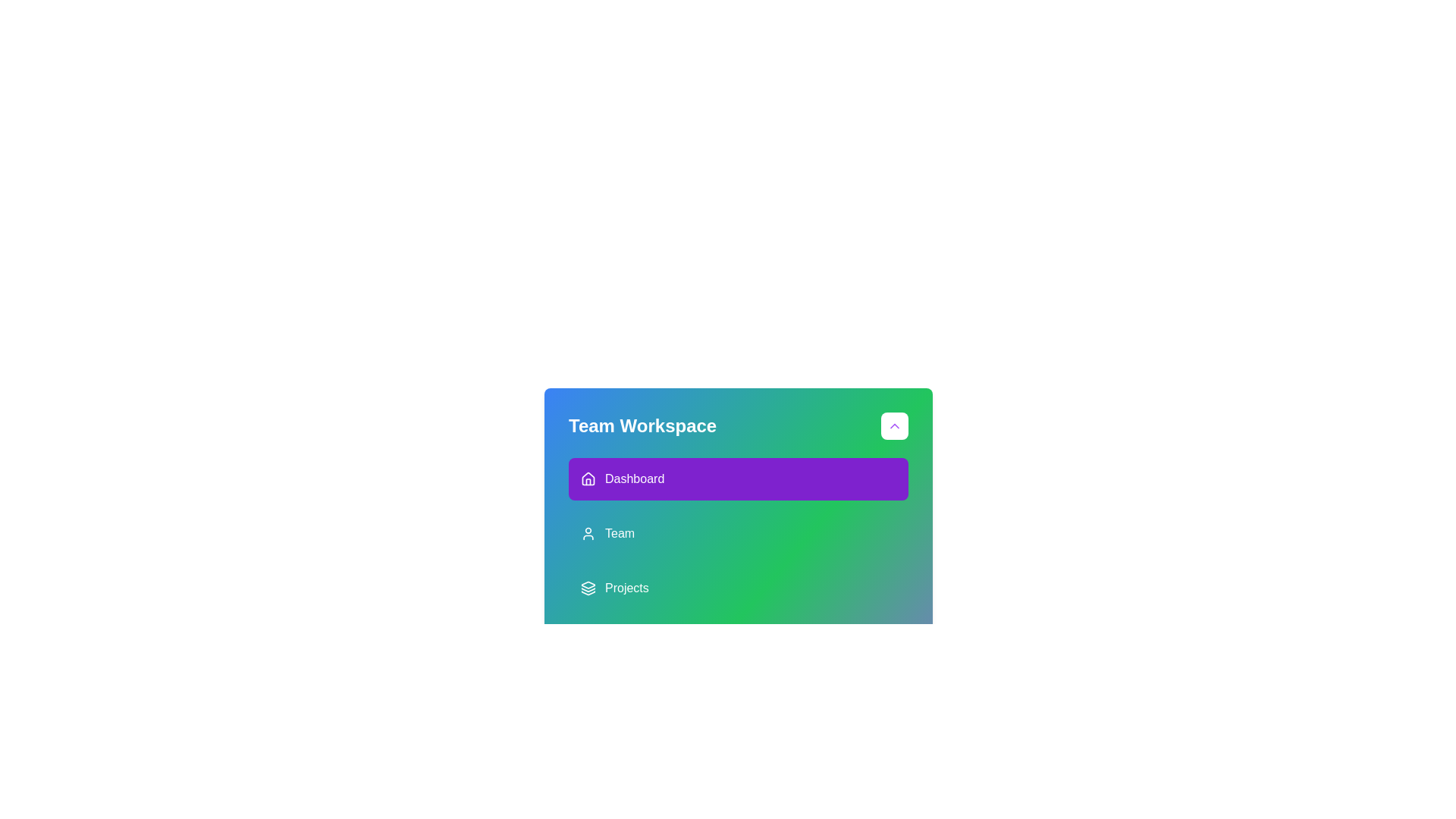  What do you see at coordinates (588, 533) in the screenshot?
I see `the user silhouette icon located to the left of the text 'Team' in the second row of items in the workspace panel` at bounding box center [588, 533].